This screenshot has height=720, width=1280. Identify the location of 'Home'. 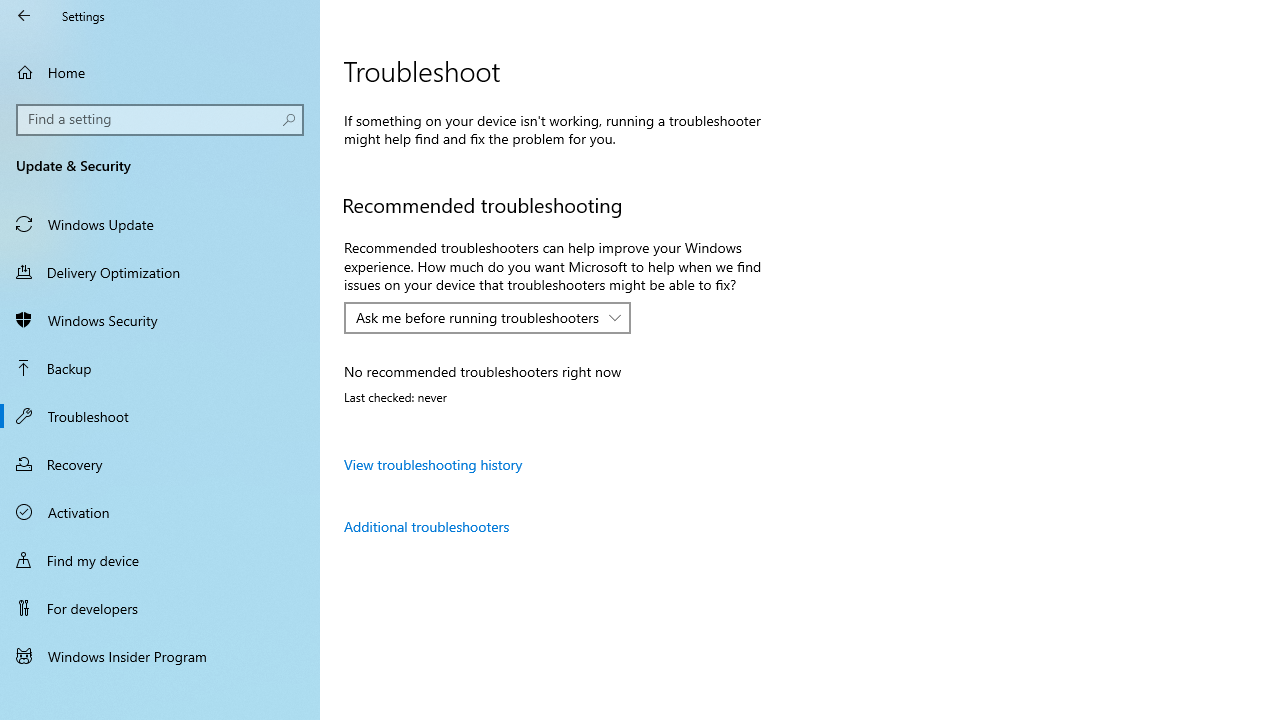
(160, 71).